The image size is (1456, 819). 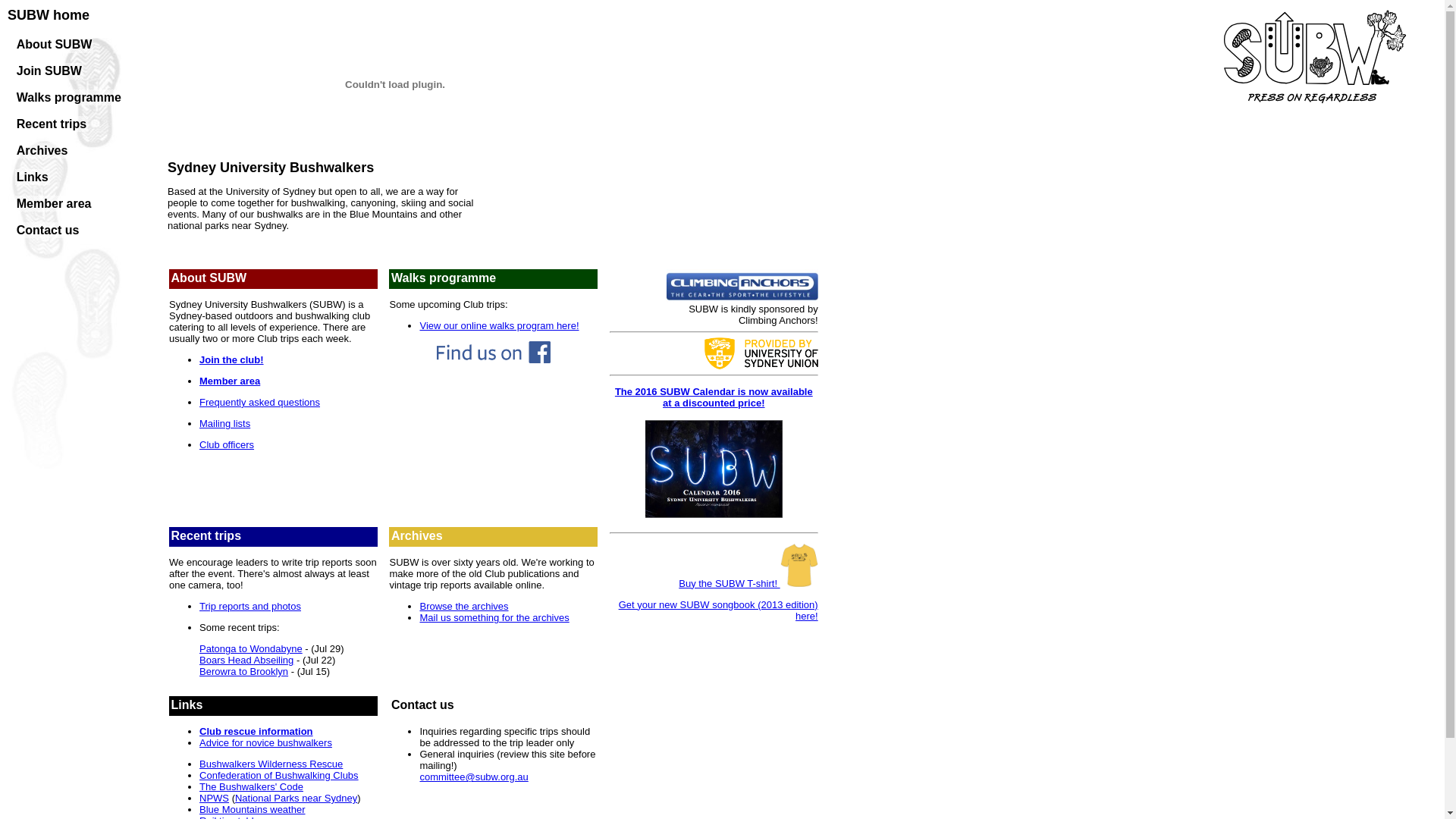 What do you see at coordinates (463, 605) in the screenshot?
I see `'Browse the archives'` at bounding box center [463, 605].